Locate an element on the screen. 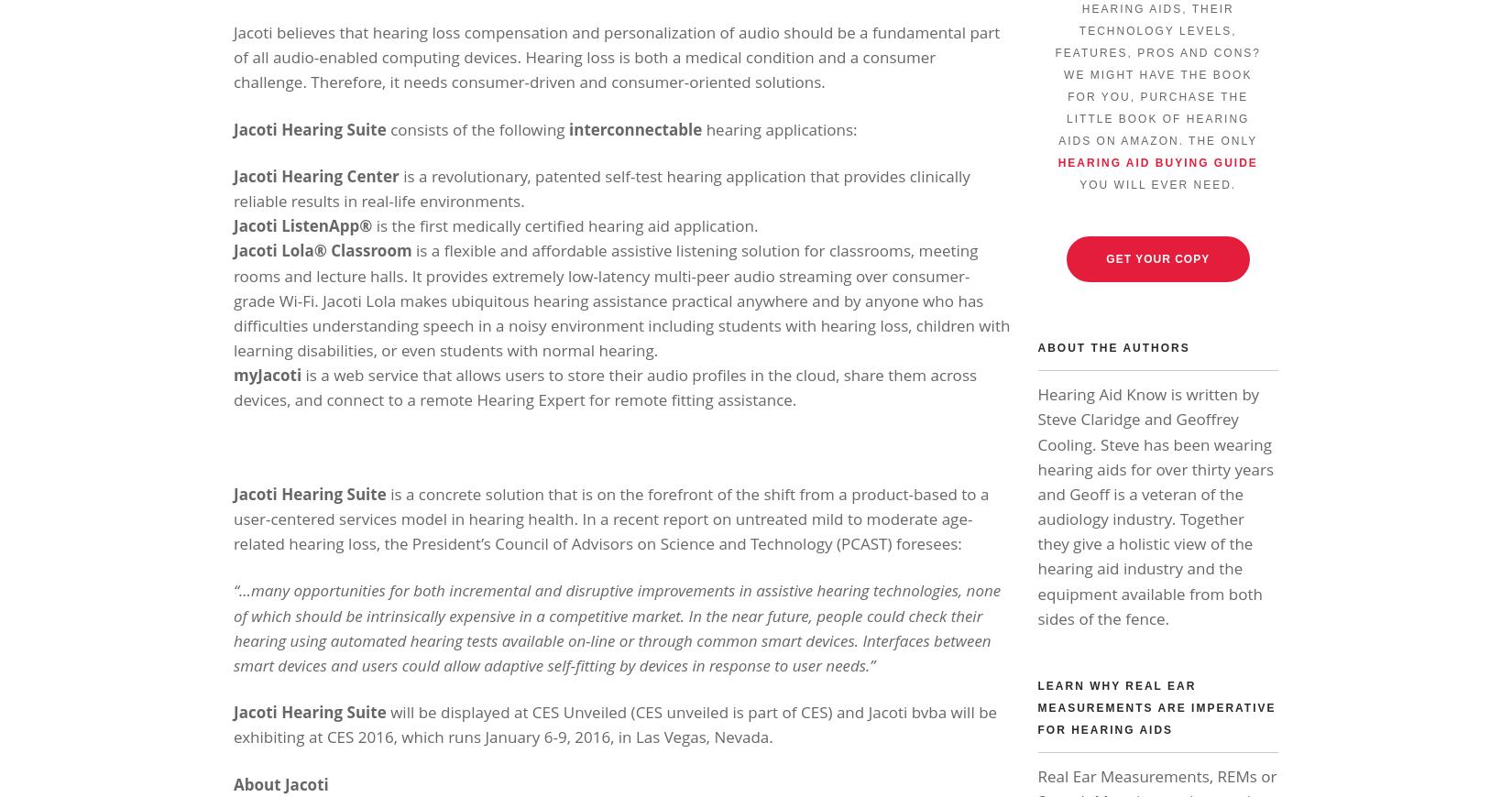 Image resolution: width=1512 pixels, height=797 pixels. 'About Jacoti' is located at coordinates (280, 783).